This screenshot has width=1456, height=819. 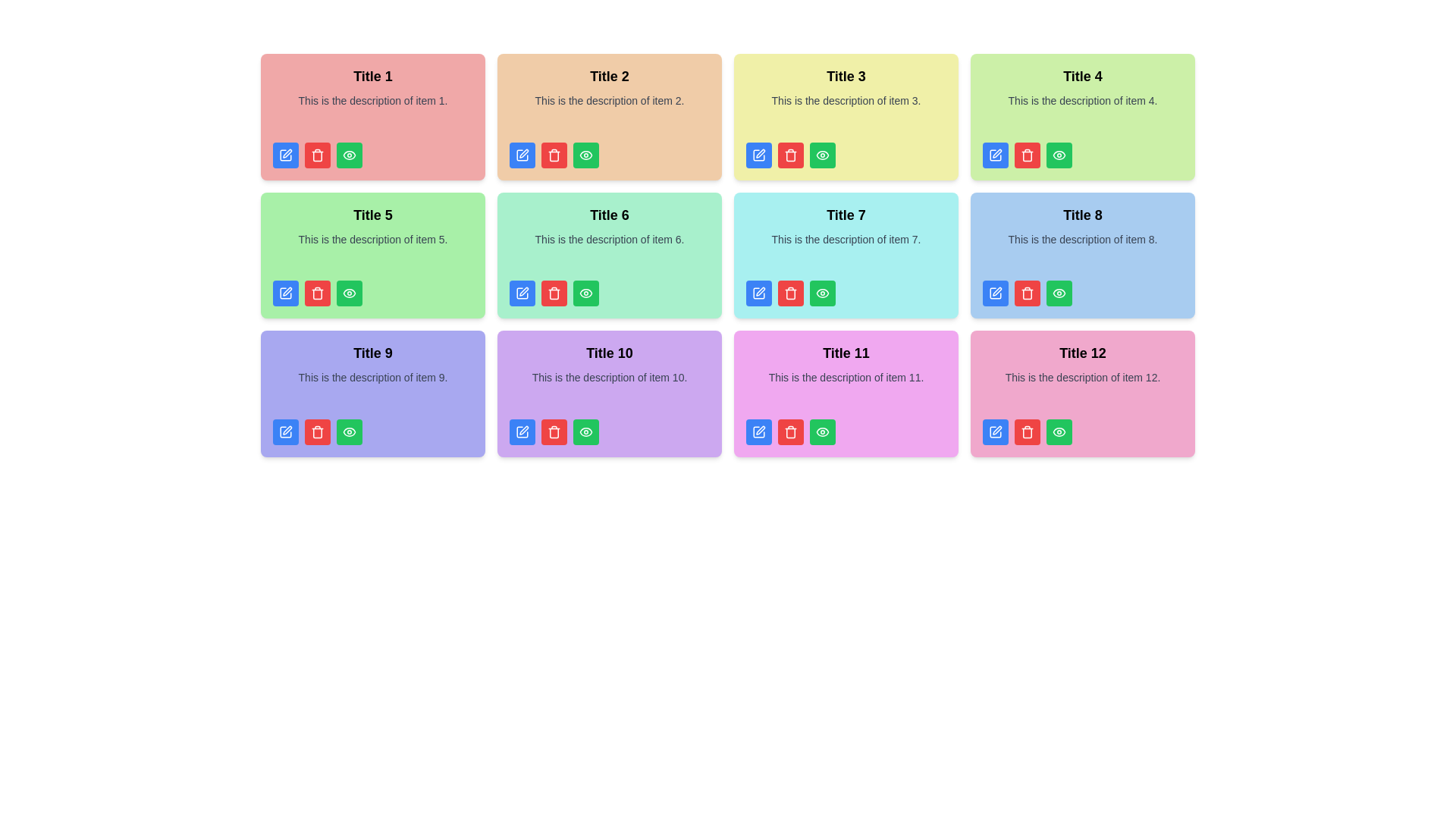 What do you see at coordinates (524, 430) in the screenshot?
I see `the pen icon` at bounding box center [524, 430].